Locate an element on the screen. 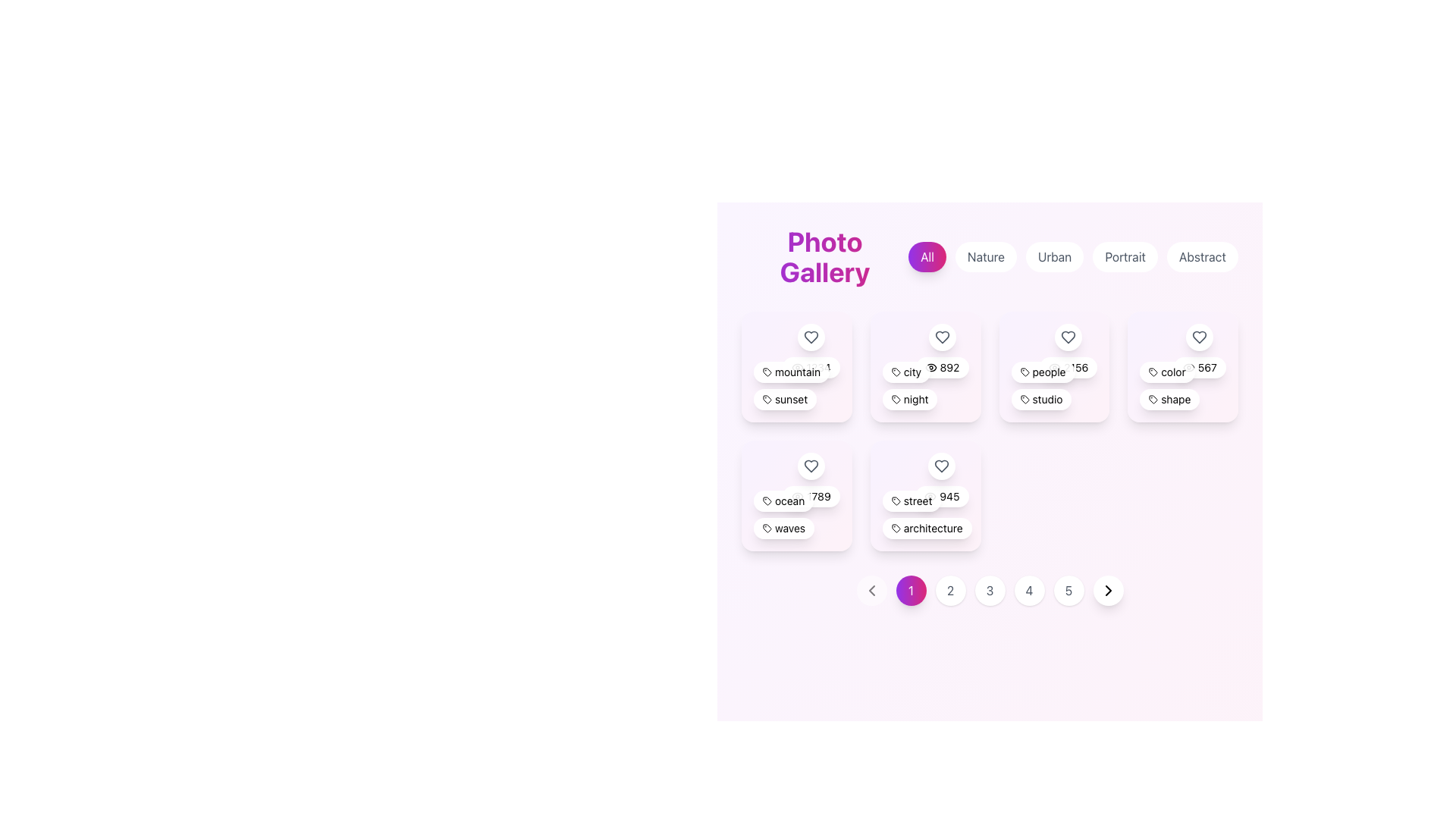  the like button located in the second row and first column of the grid layout, indicated by the number '1789' beneath it is located at coordinates (811, 479).